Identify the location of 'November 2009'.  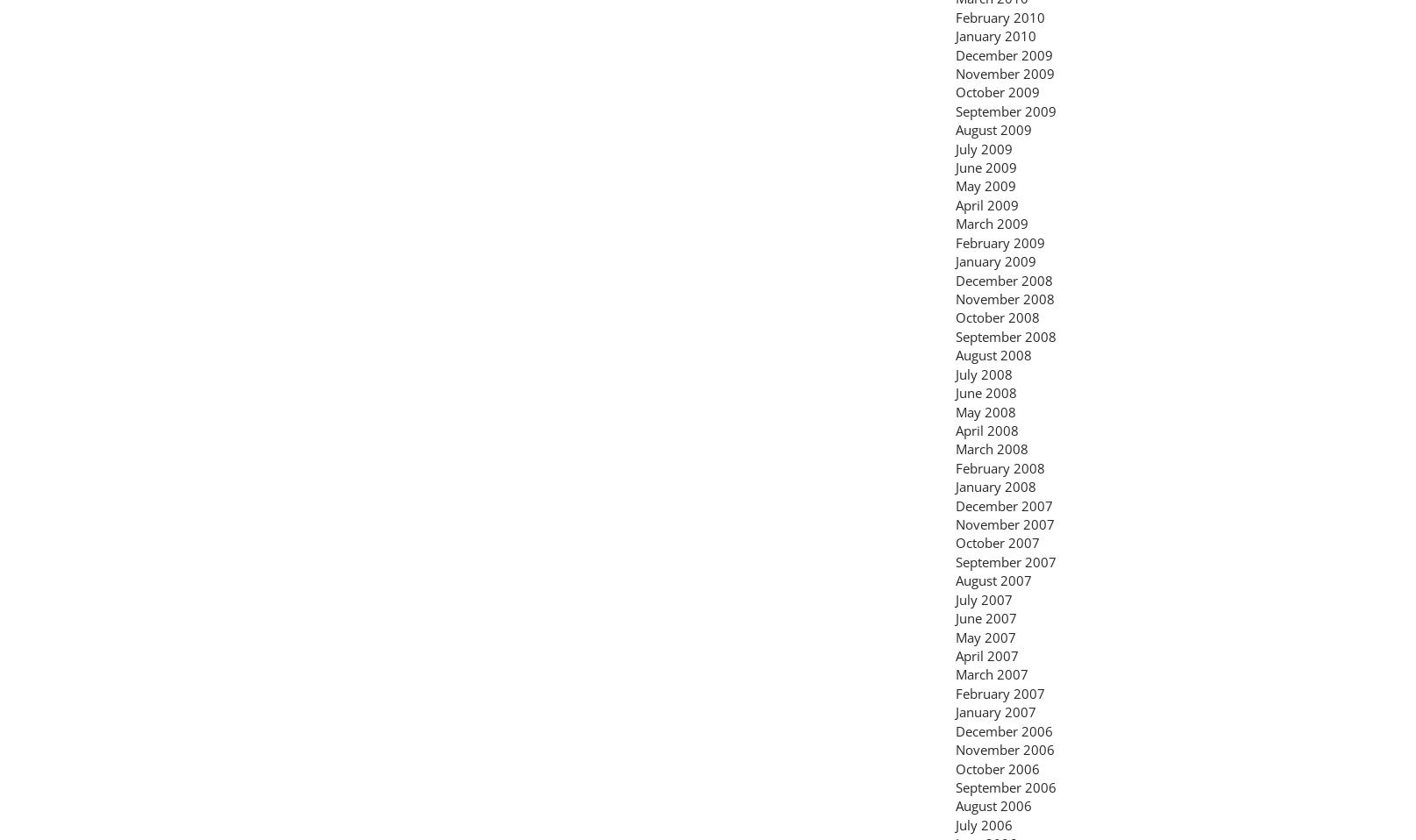
(1005, 72).